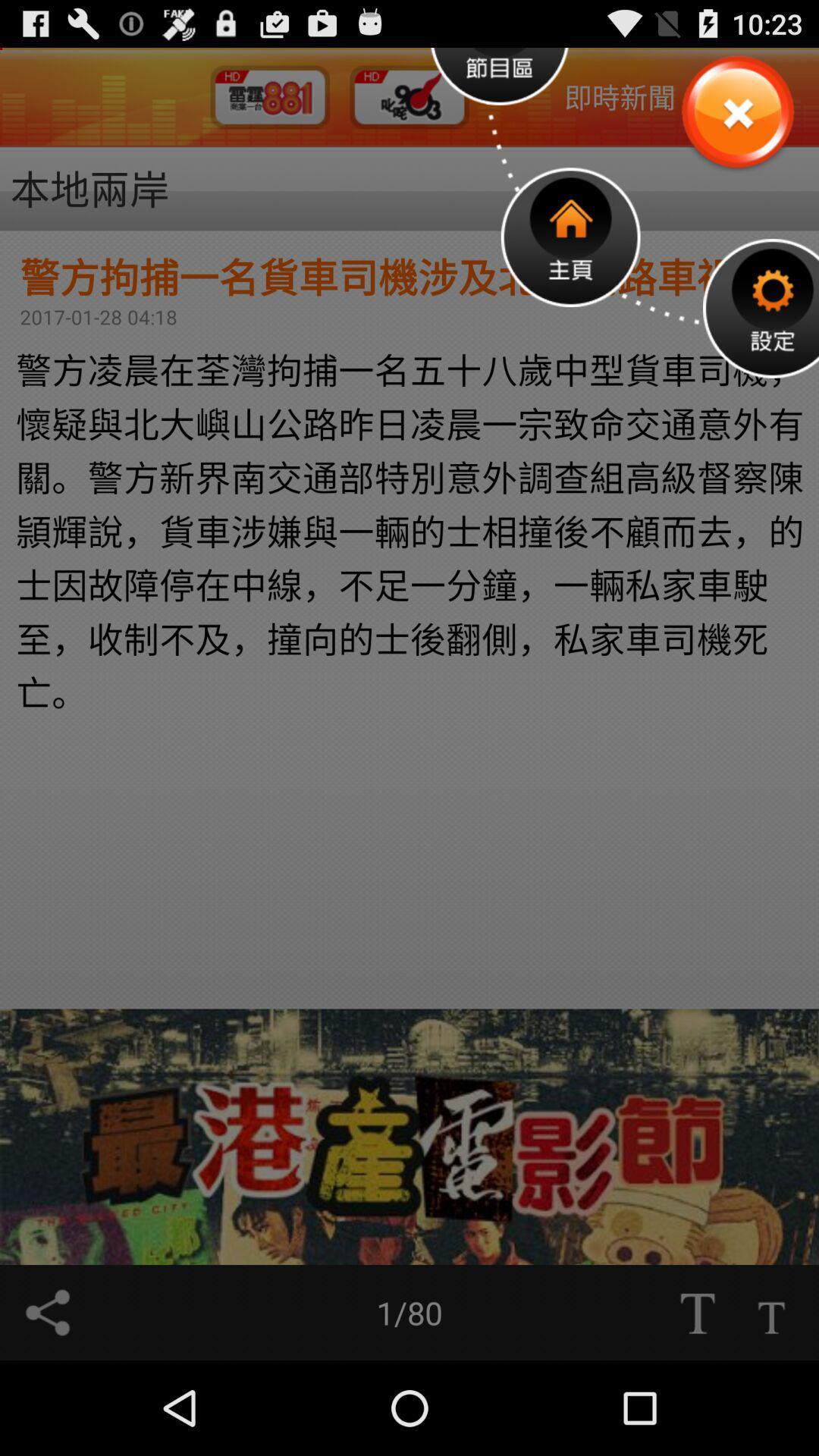 Image resolution: width=819 pixels, height=1456 pixels. Describe the element at coordinates (771, 1404) in the screenshot. I see `the font icon` at that location.